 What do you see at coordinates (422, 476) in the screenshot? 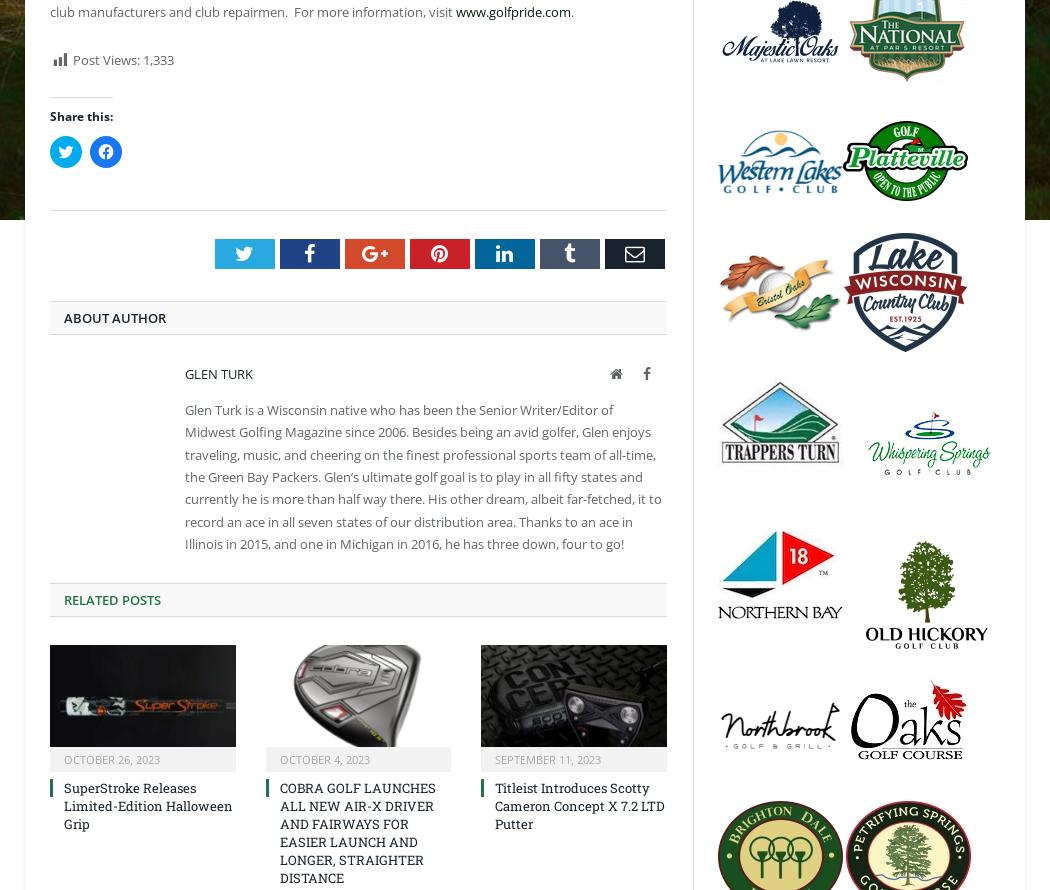
I see `'Glen Turk is a Wisconsin native who has been the Senior Writer/Editor of Midwest Golfing Magazine since 2006. Besides being an avid golfer, Glen enjoys traveling, music, and cheering on the finest professional sports team of all-time, the Green Bay Packers. Glen’s ultimate golf goal is to play in all fifty states and currently he is more than half way there. His other dream, albeit far-fetched, it to record an ace in all seven states of our distribution area. Thanks to an ace in Illinois in 2015, and one in Michigan in 2016, he has three down, four to go!'` at bounding box center [422, 476].